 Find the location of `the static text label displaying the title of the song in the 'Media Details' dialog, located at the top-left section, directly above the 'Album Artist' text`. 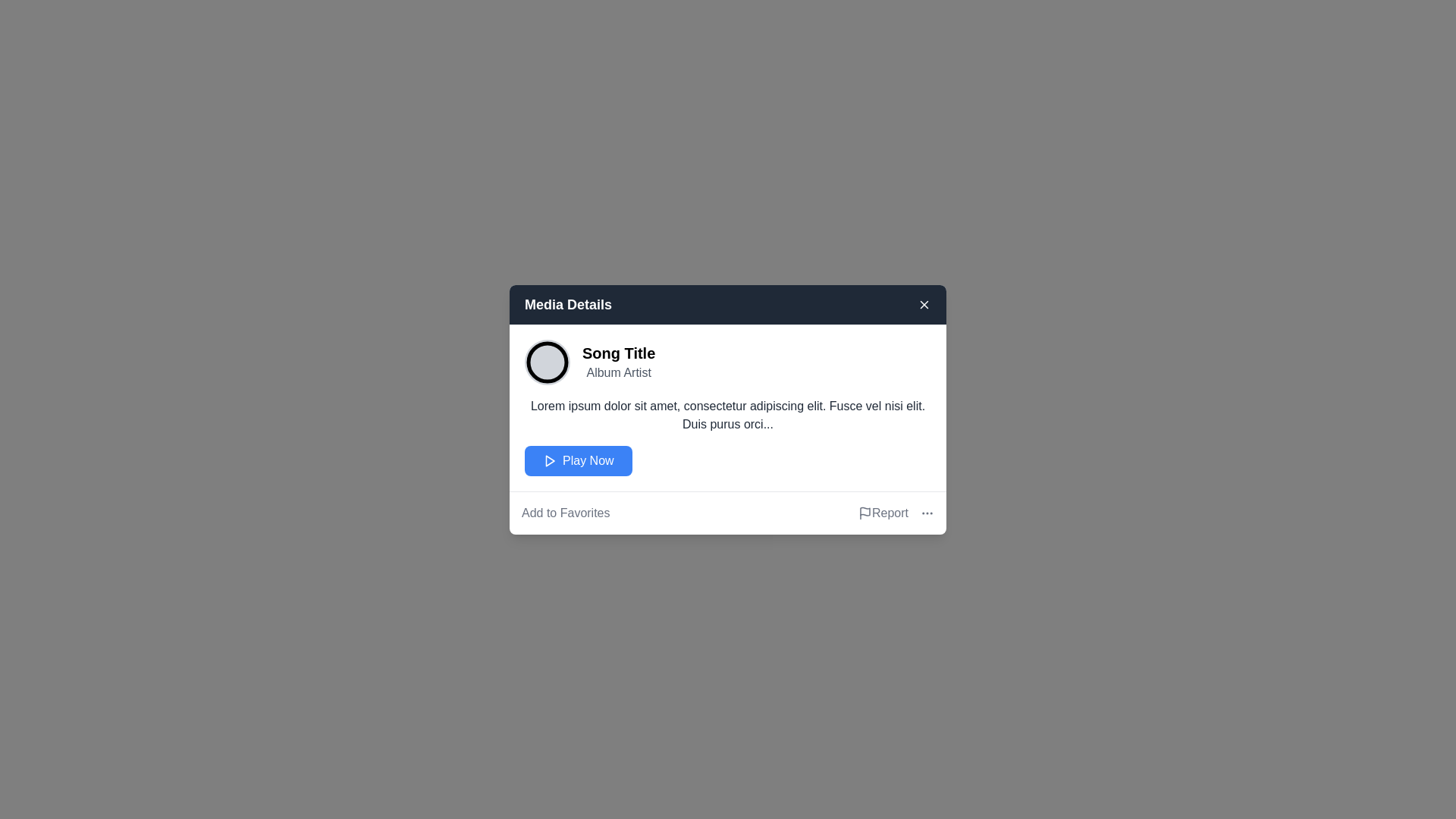

the static text label displaying the title of the song in the 'Media Details' dialog, located at the top-left section, directly above the 'Album Artist' text is located at coordinates (619, 353).